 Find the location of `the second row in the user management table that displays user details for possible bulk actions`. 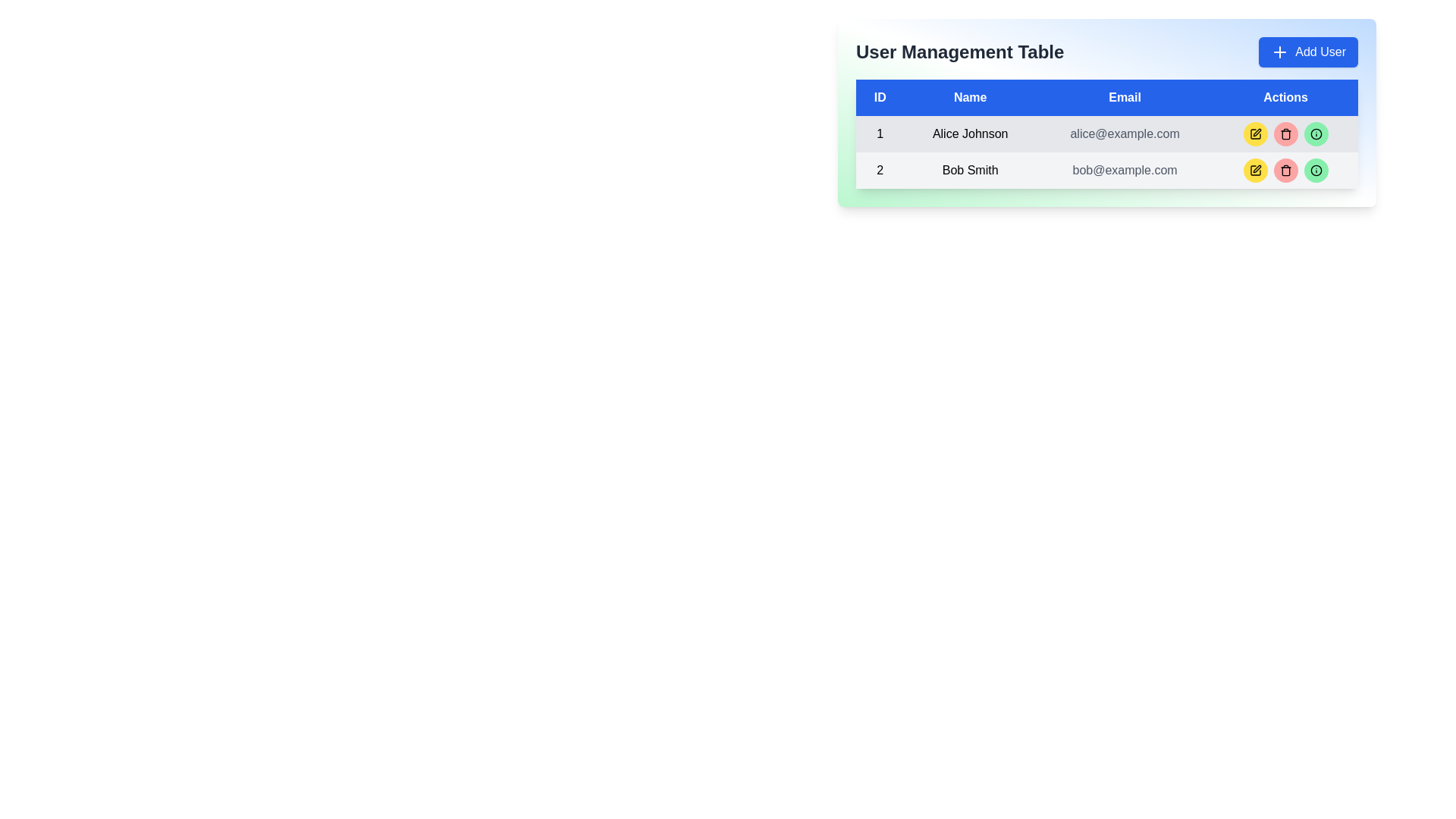

the second row in the user management table that displays user details for possible bulk actions is located at coordinates (1106, 170).